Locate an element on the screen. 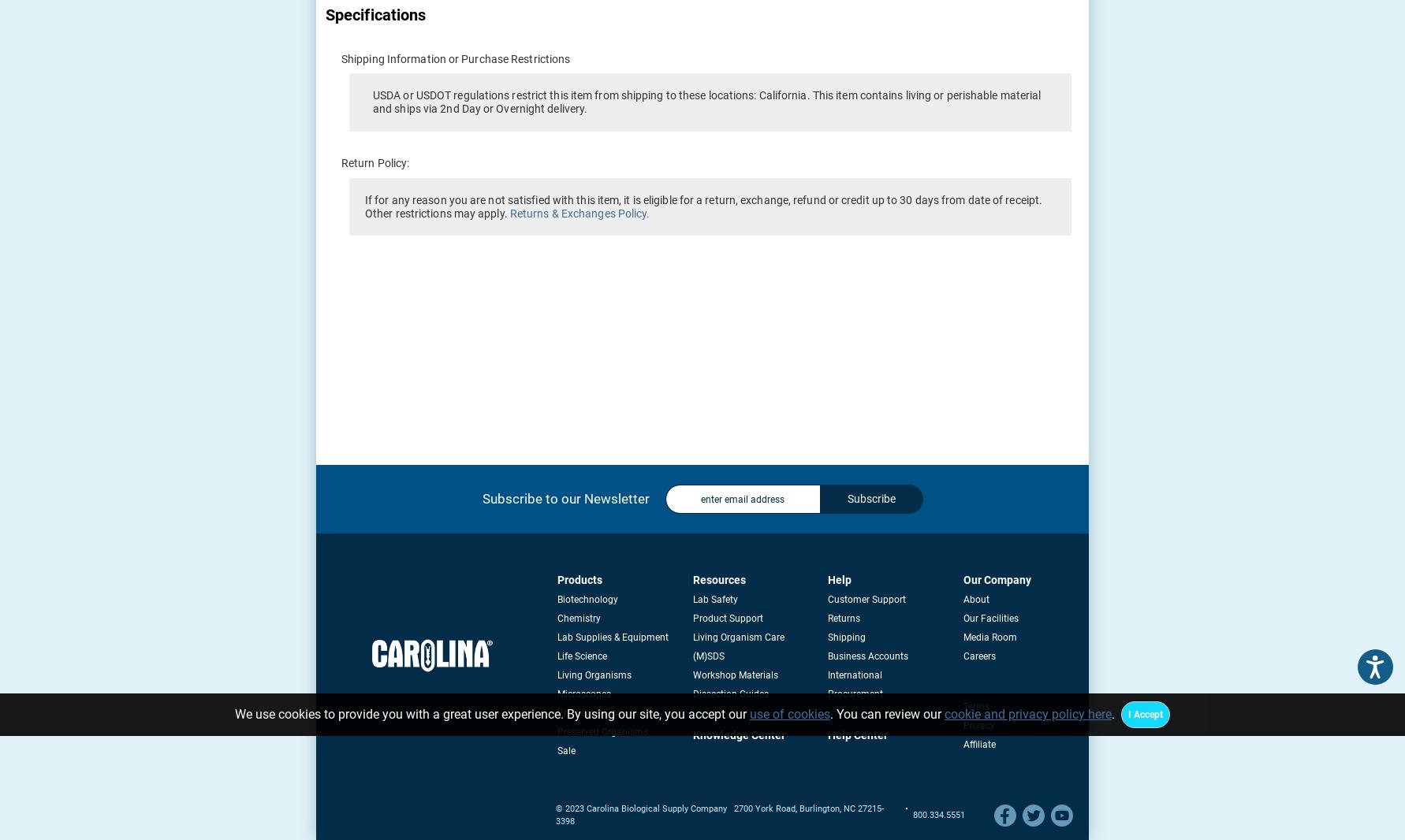 The height and width of the screenshot is (840, 1405). 'USDA or USDOT regulations restrict this item from shipping to these locations: California. This item contains living or perishable material and ships via 2nd Day or Overnight delivery.' is located at coordinates (706, 101).